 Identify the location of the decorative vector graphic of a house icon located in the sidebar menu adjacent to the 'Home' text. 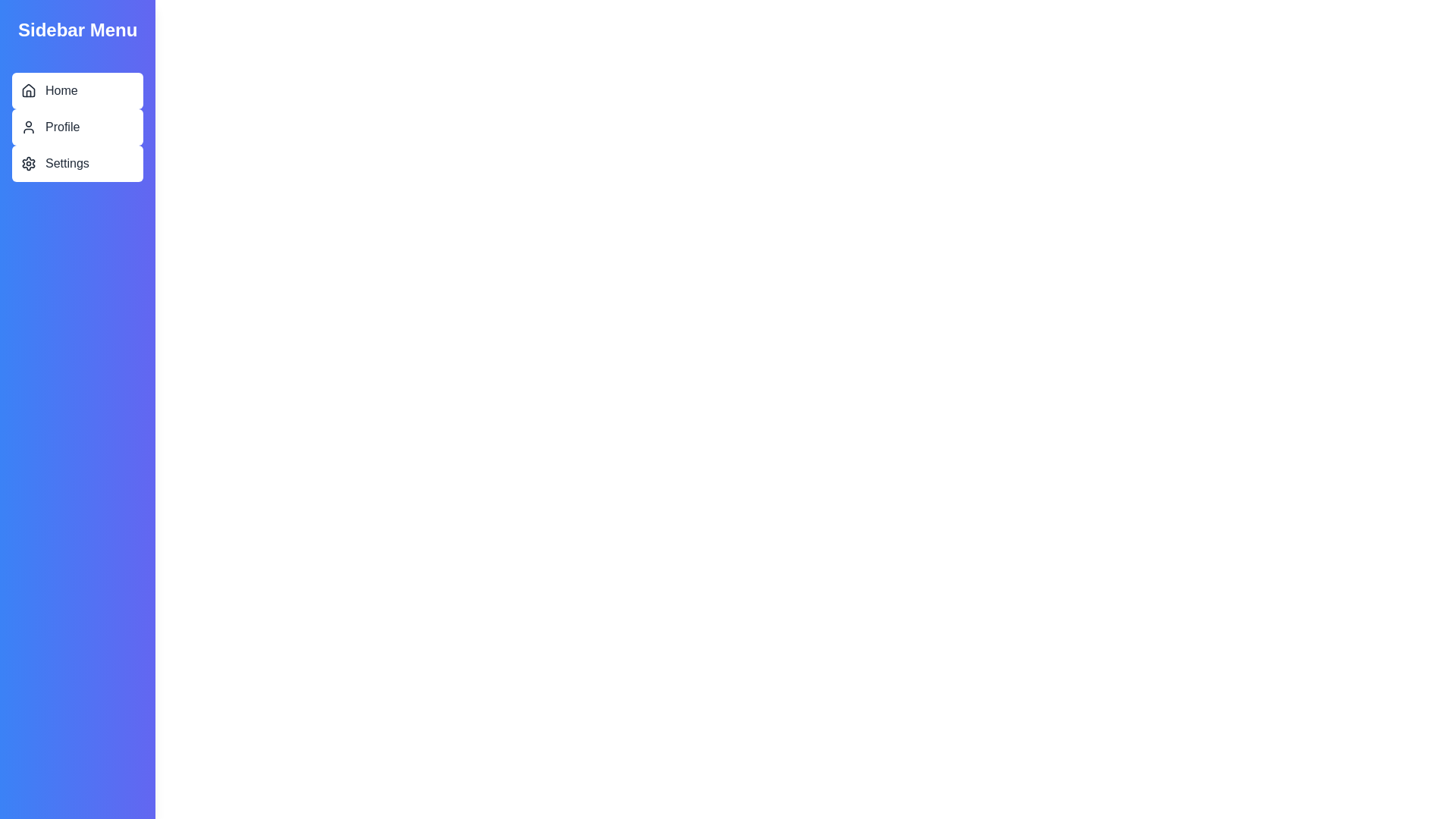
(29, 90).